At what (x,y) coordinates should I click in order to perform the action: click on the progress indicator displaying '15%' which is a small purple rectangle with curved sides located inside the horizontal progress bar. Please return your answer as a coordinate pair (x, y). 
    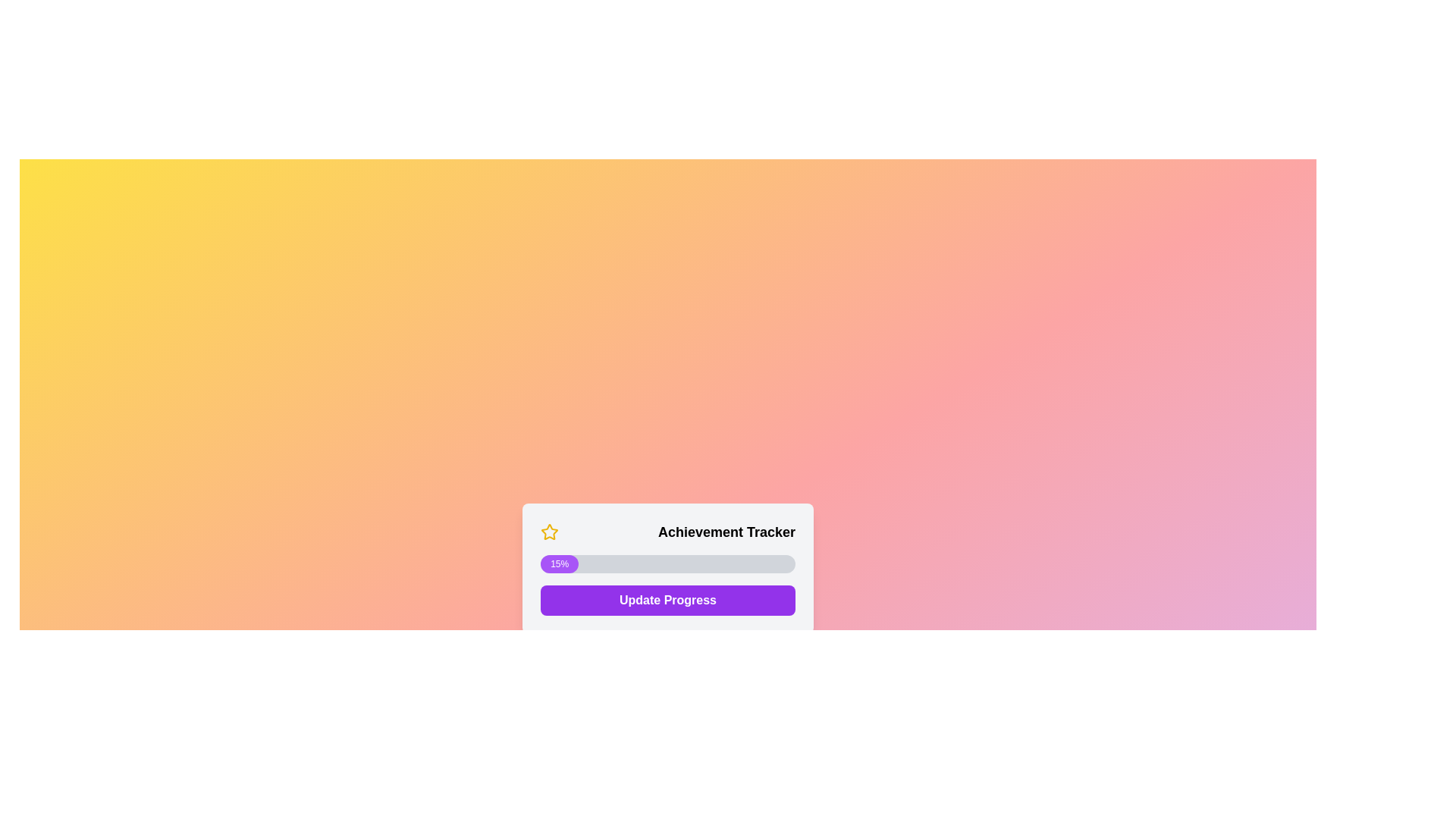
    Looking at the image, I should click on (559, 564).